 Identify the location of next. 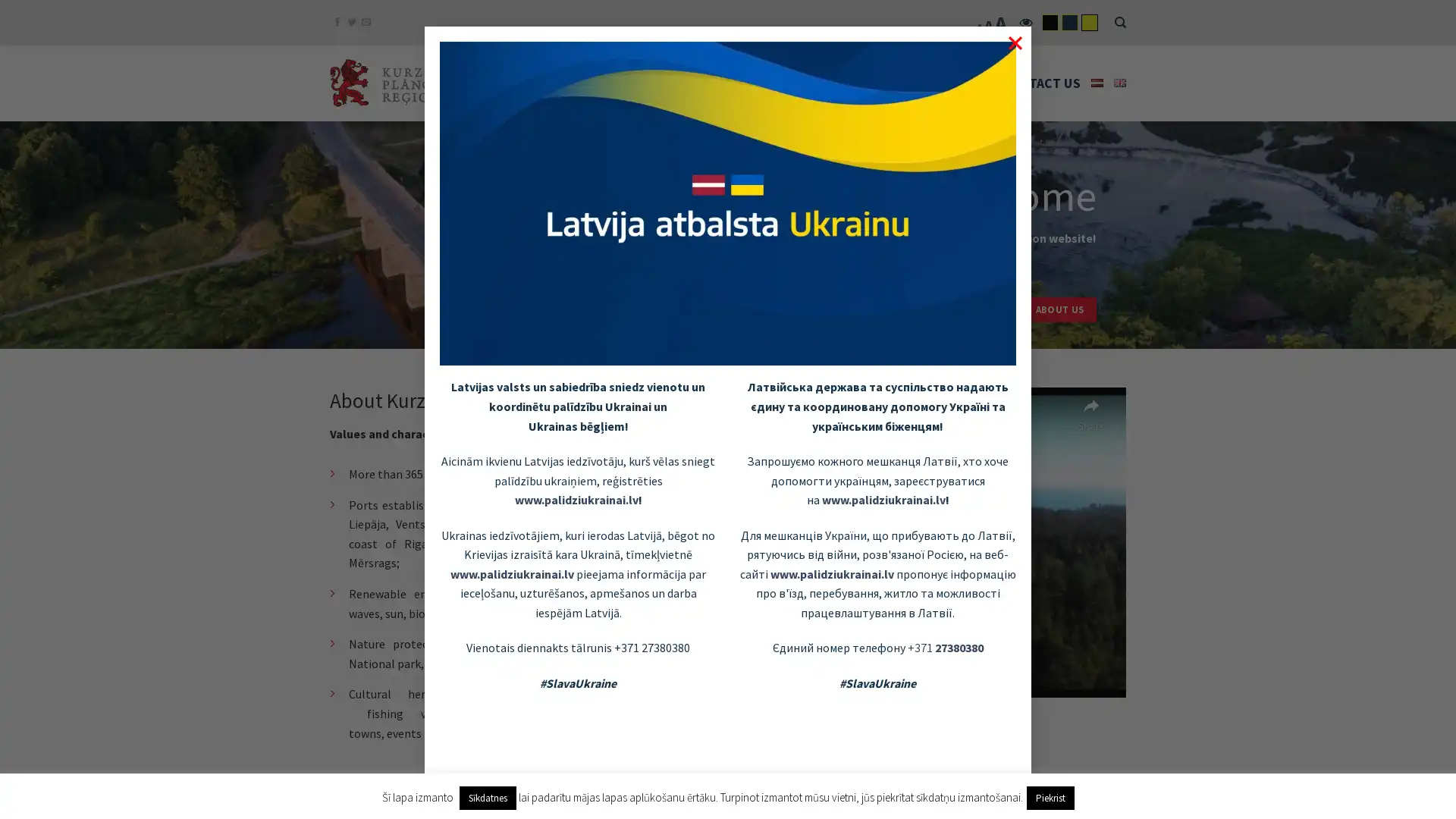
(1407, 234).